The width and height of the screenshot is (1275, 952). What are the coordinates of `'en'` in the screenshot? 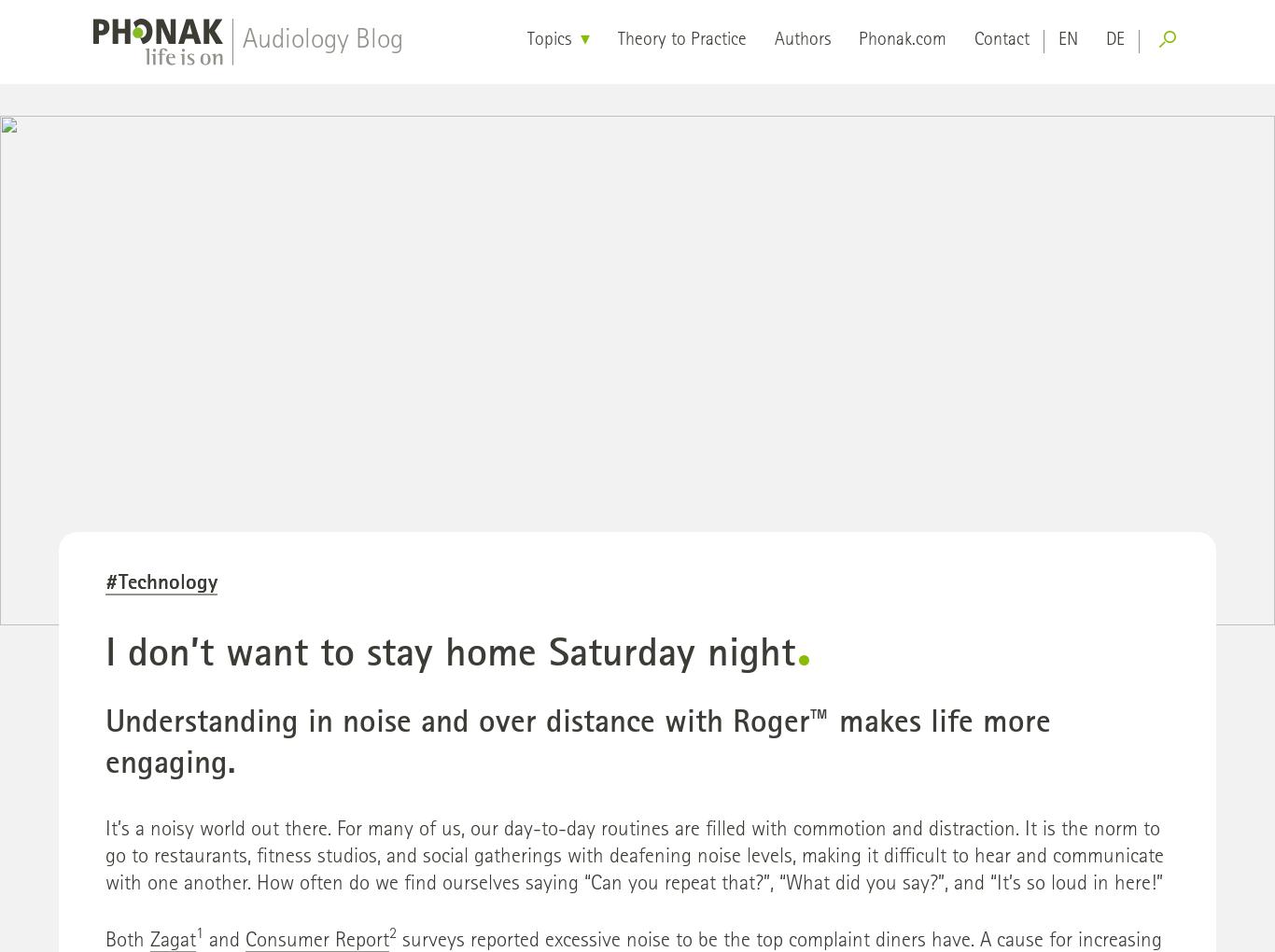 It's located at (1058, 39).